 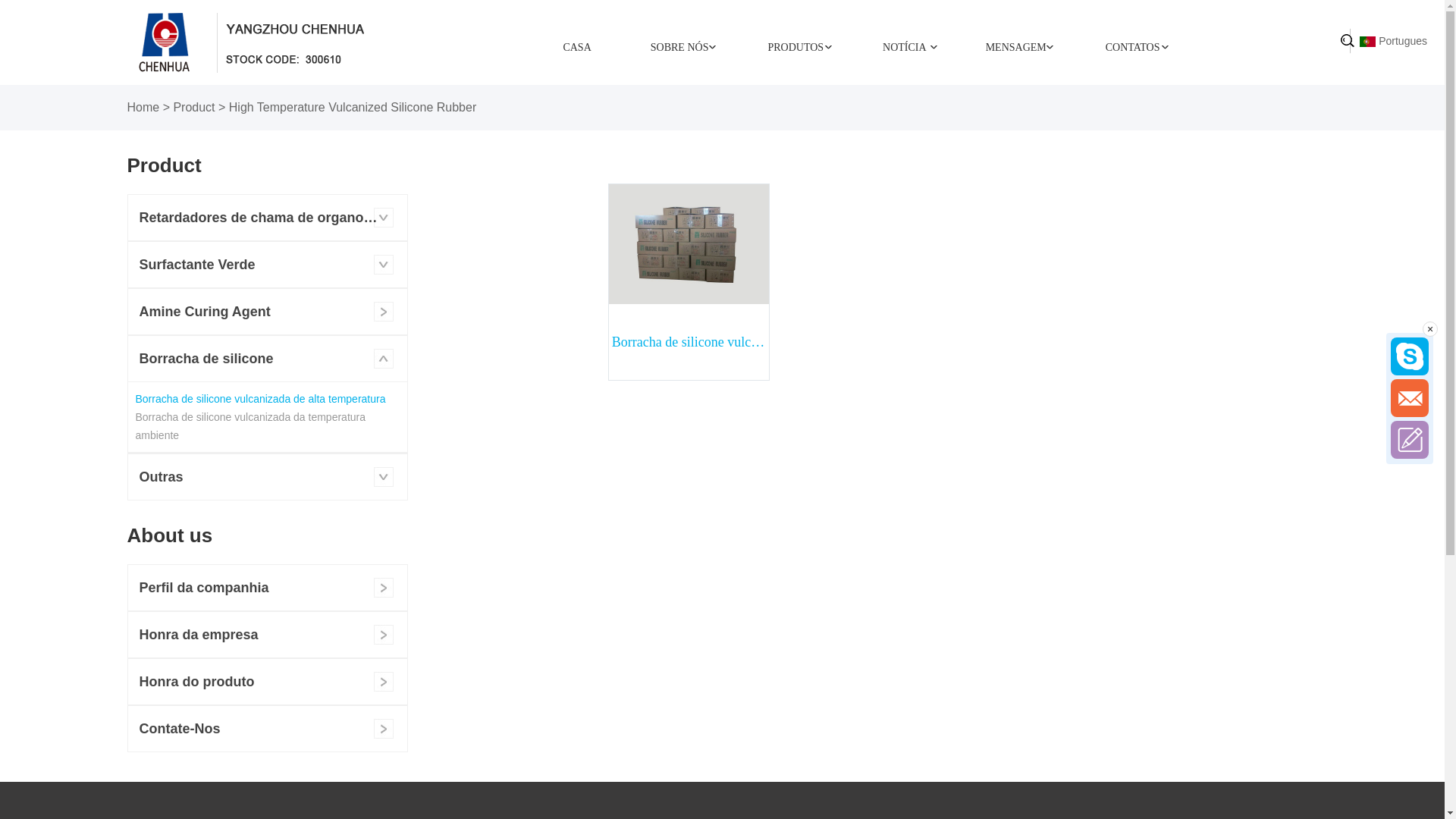 I want to click on 'Portugues', so click(x=1393, y=40).